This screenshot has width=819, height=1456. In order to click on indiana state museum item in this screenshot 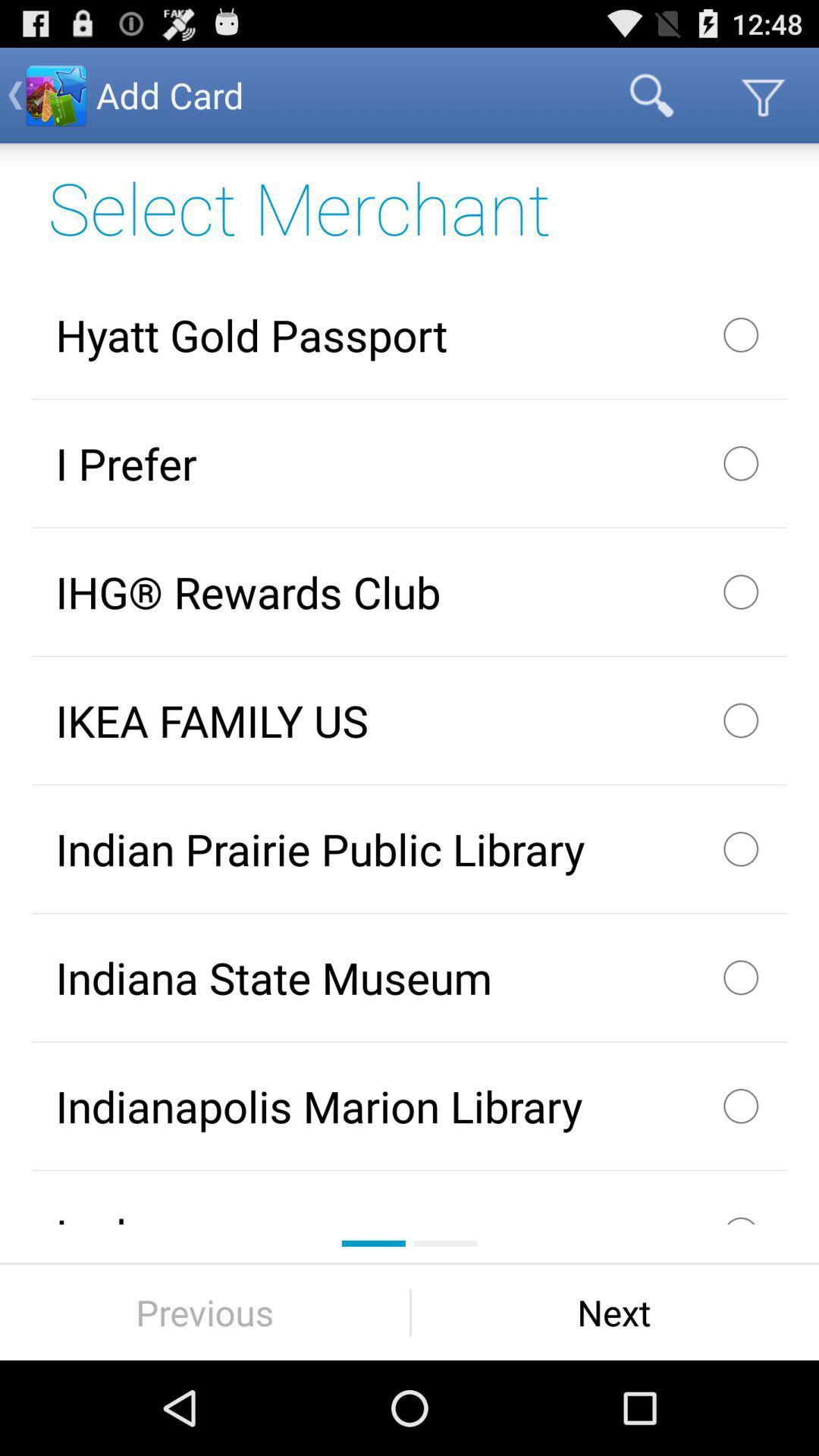, I will do `click(409, 977)`.